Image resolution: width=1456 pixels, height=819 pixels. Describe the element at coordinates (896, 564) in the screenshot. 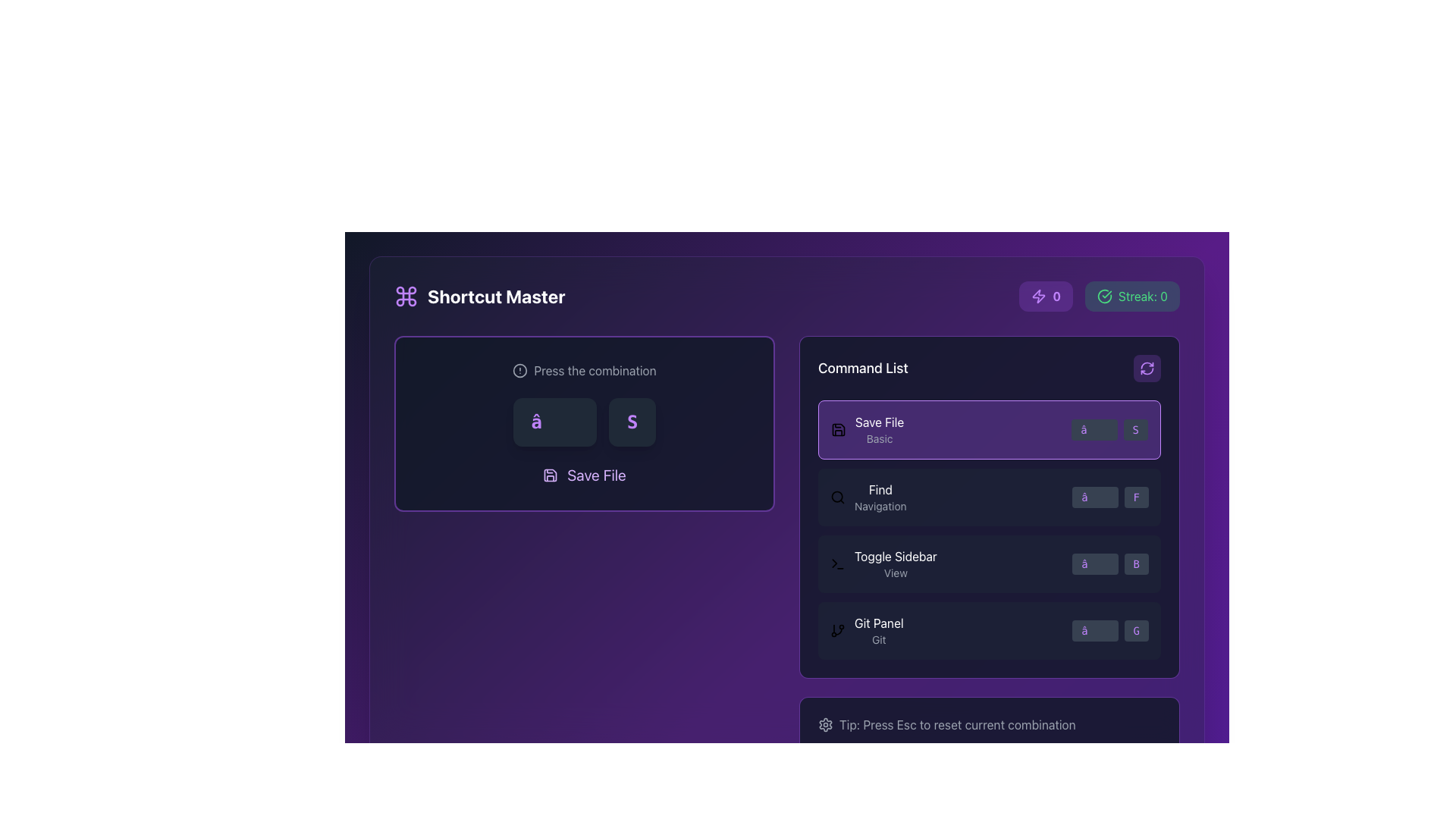

I see `the 'Toggle Sidebar' text label element, which is located in the 'Command List' section and is the third item in the list` at that location.